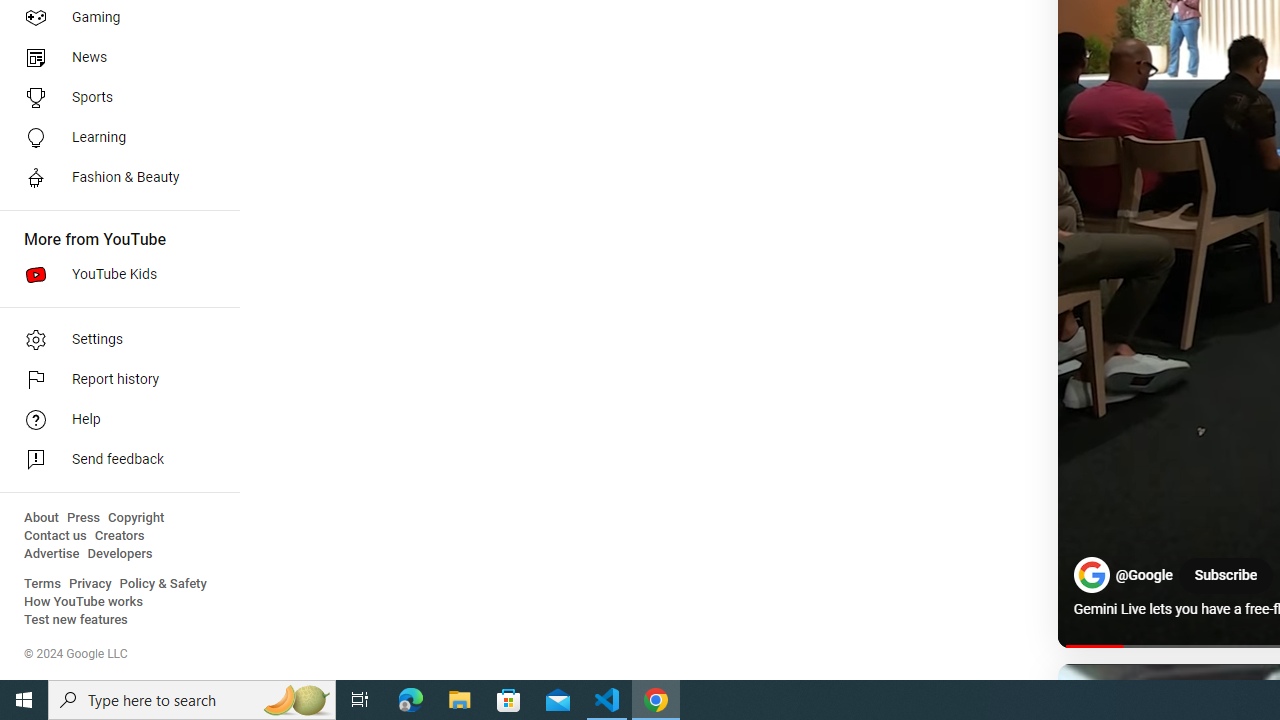 This screenshot has height=720, width=1280. Describe the element at coordinates (112, 176) in the screenshot. I see `'Fashion & Beauty'` at that location.